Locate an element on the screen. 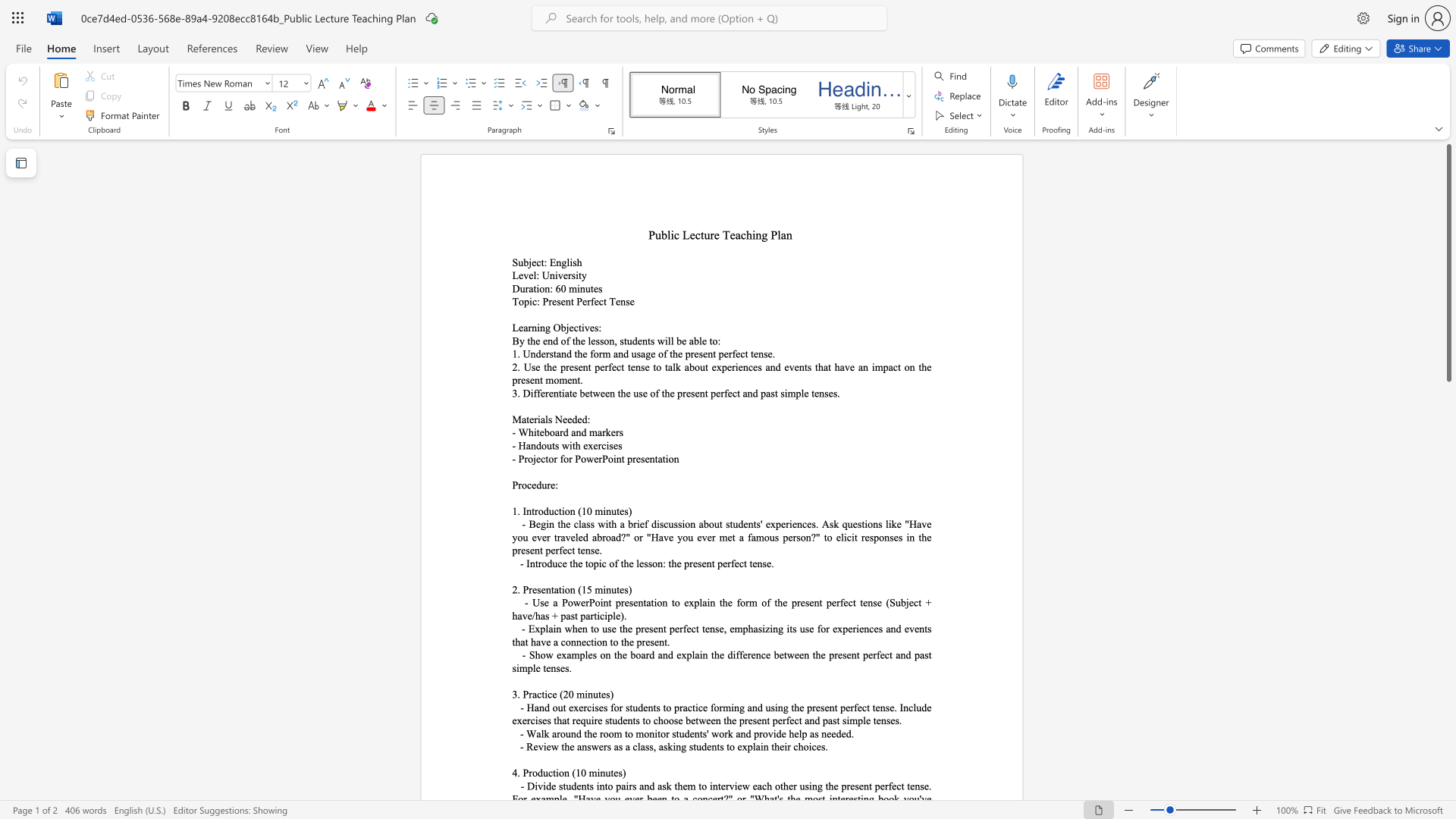 The height and width of the screenshot is (819, 1456). the scrollbar to move the content lower is located at coordinates (1448, 659).